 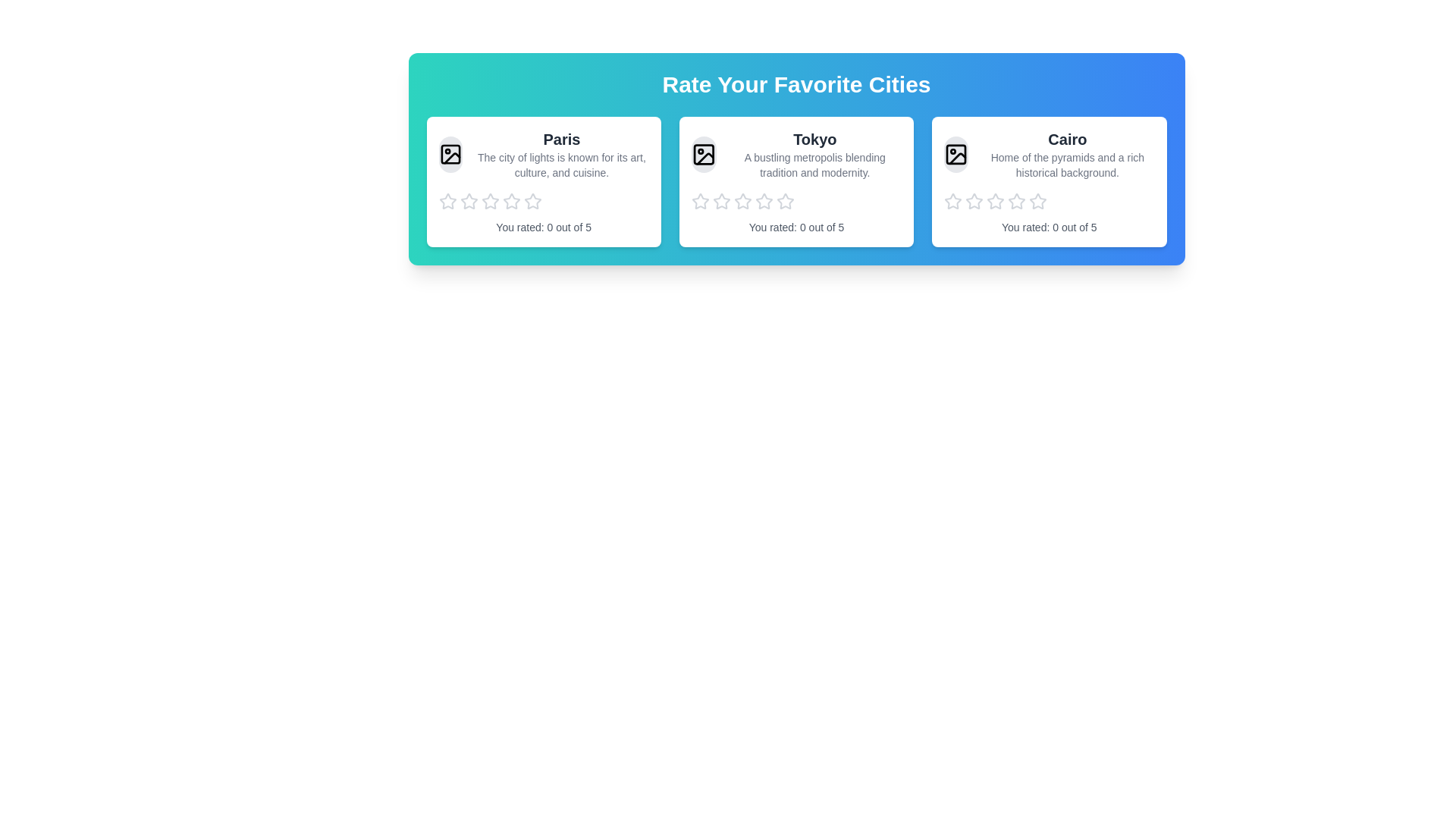 I want to click on the descriptive text label located within the leftmost card below the heading 'Paris' and above the star icons for rating, so click(x=560, y=165).